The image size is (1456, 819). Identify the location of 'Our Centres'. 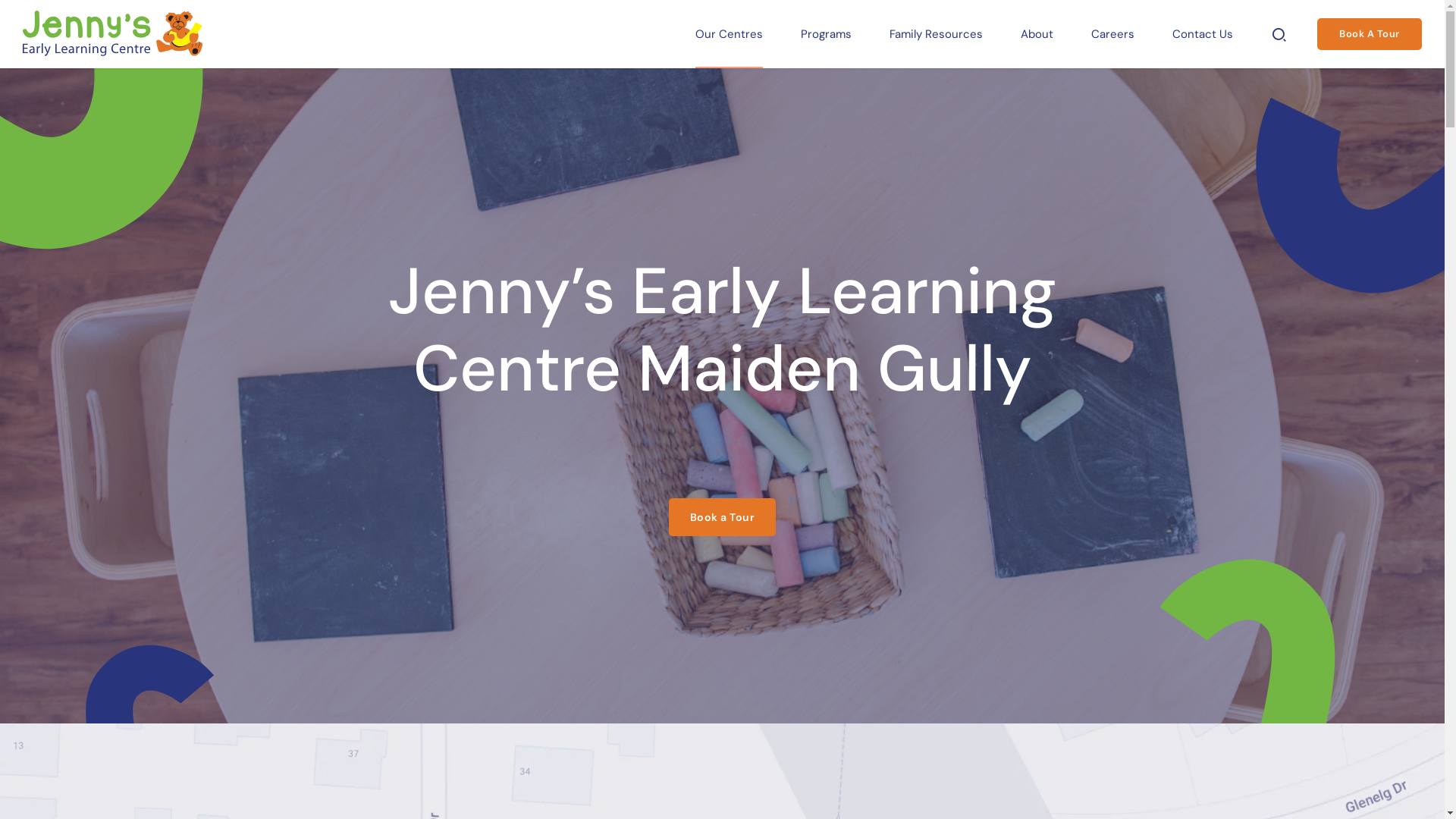
(729, 34).